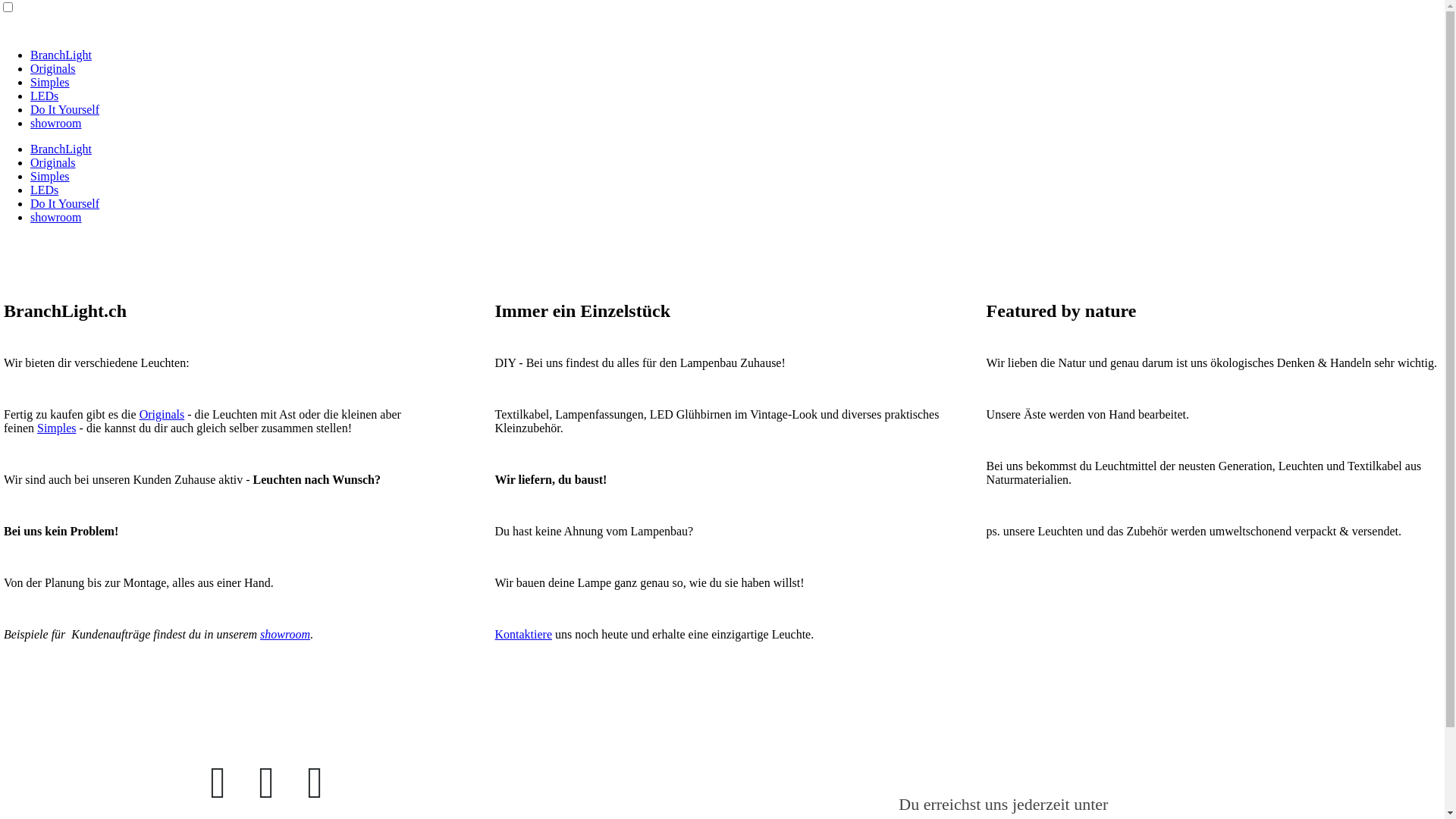 Image resolution: width=1456 pixels, height=819 pixels. I want to click on 'Simples', so click(50, 82).